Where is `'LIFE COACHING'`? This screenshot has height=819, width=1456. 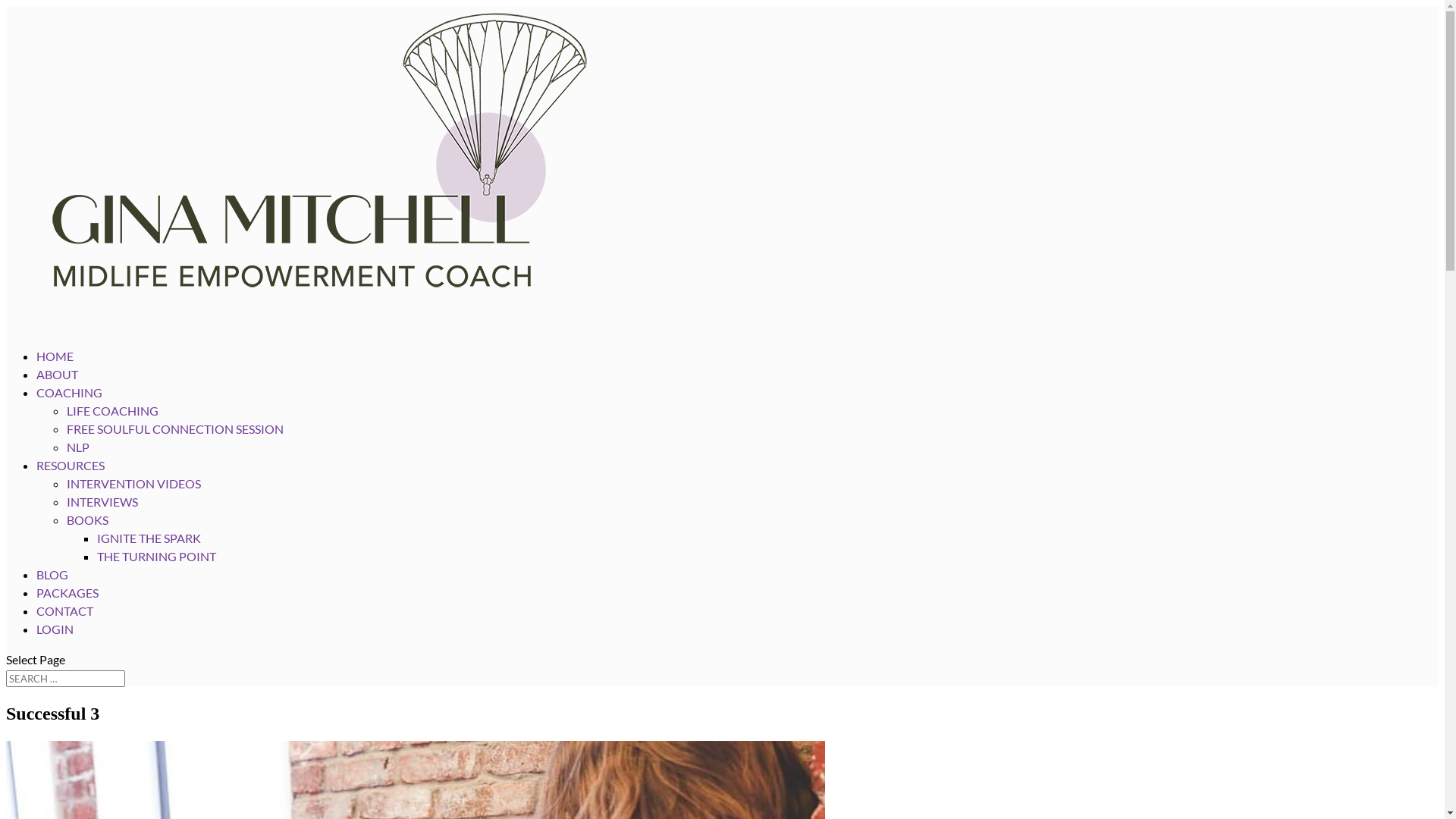
'LIFE COACHING' is located at coordinates (111, 410).